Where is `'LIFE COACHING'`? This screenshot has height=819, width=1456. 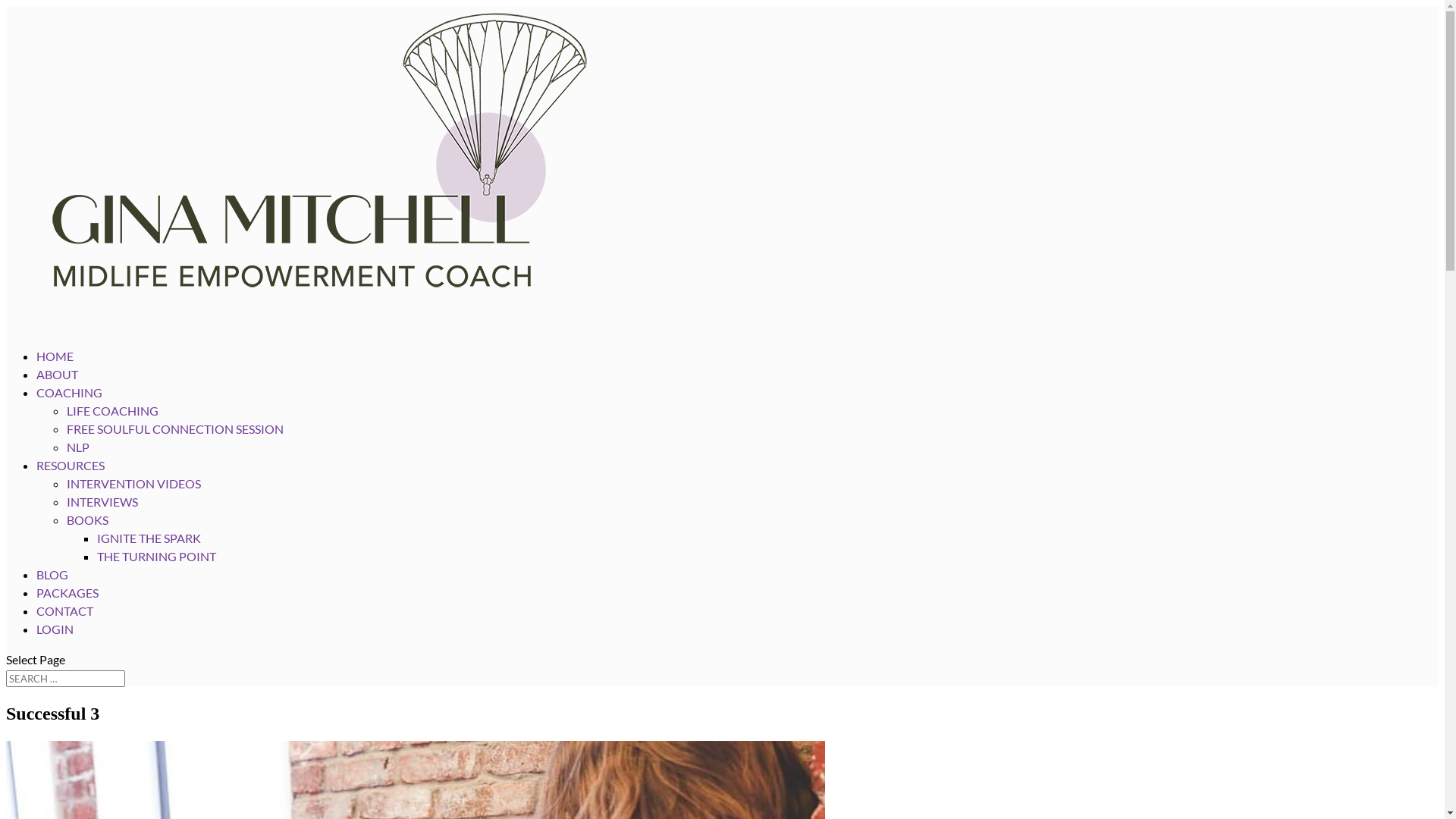
'LIFE COACHING' is located at coordinates (111, 410).